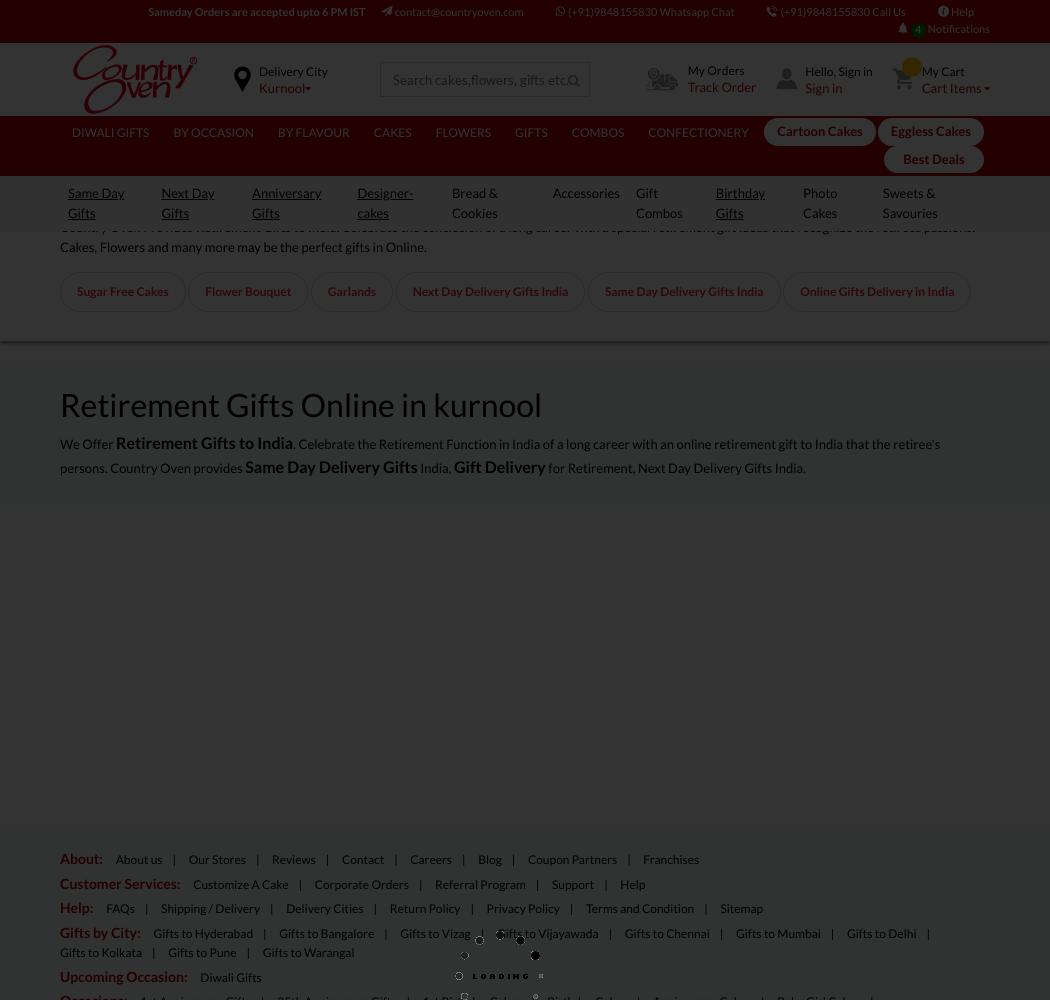 Image resolution: width=1050 pixels, height=1000 pixels. I want to click on 'Photo Cakes', so click(802, 201).